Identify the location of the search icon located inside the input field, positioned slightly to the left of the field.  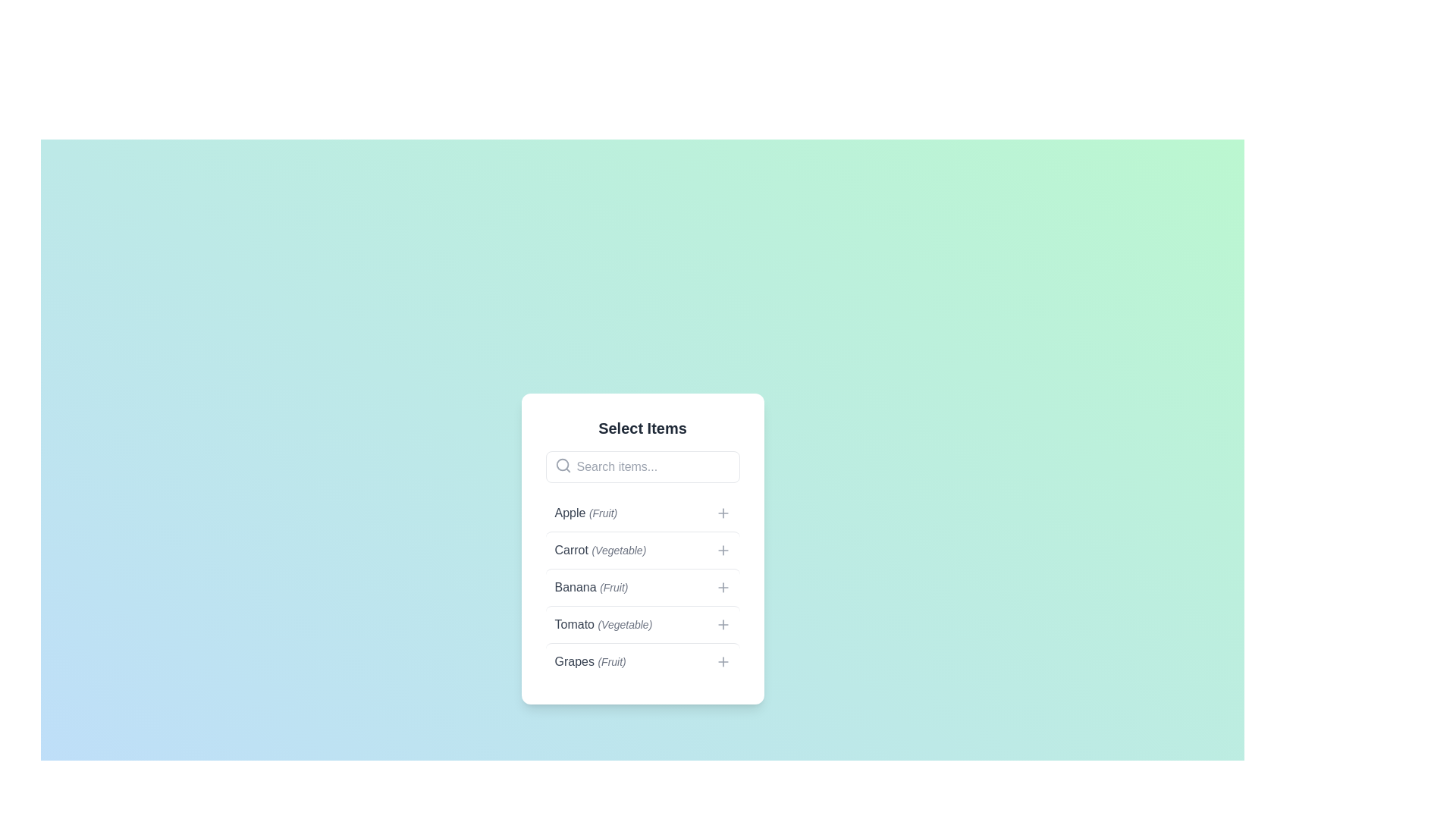
(562, 464).